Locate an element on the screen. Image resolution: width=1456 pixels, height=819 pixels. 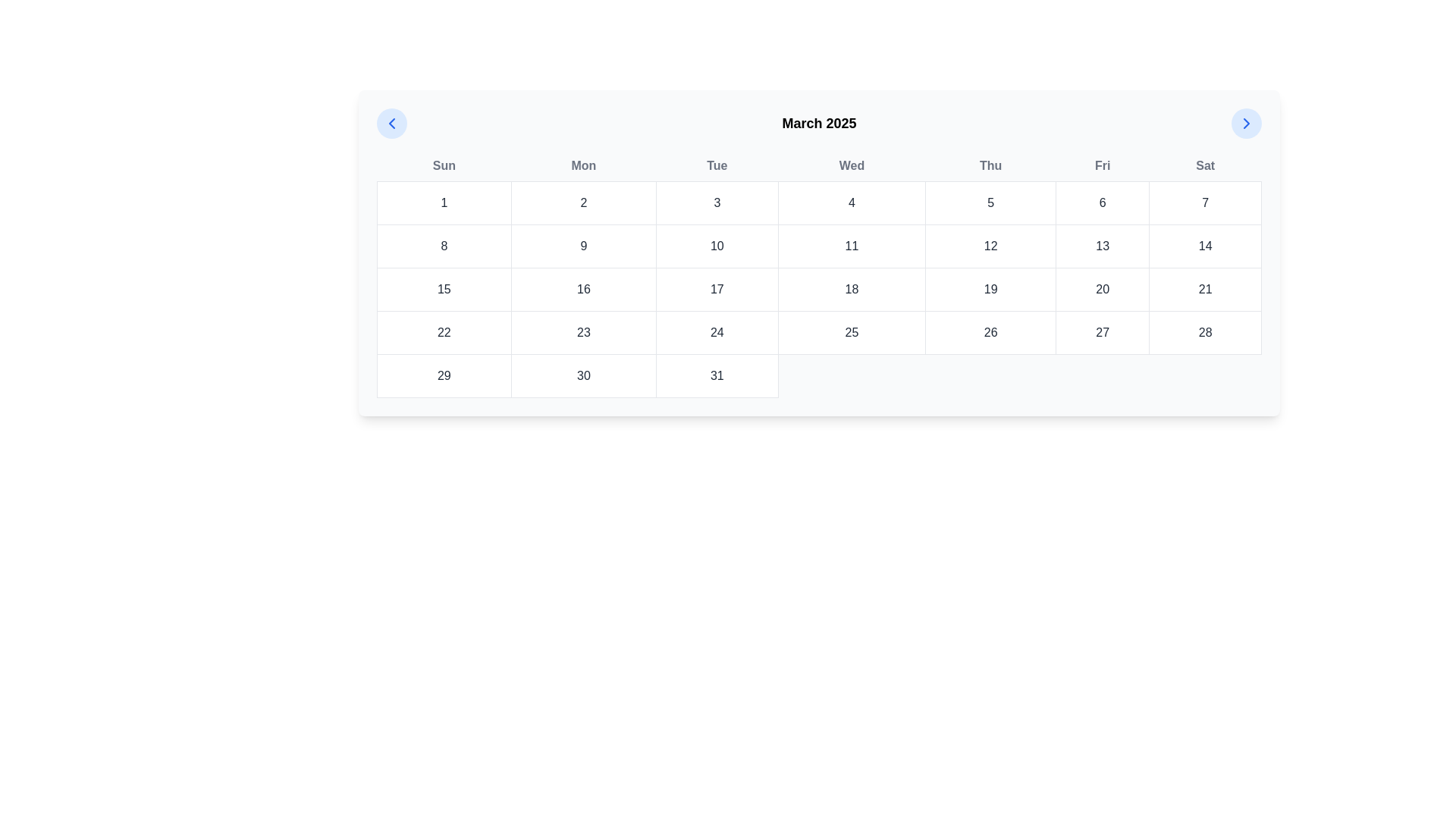
the Text Label representing 'Monday', which is the second item in the calendar week header, located between 'Sun' and 'Tue' is located at coordinates (582, 166).